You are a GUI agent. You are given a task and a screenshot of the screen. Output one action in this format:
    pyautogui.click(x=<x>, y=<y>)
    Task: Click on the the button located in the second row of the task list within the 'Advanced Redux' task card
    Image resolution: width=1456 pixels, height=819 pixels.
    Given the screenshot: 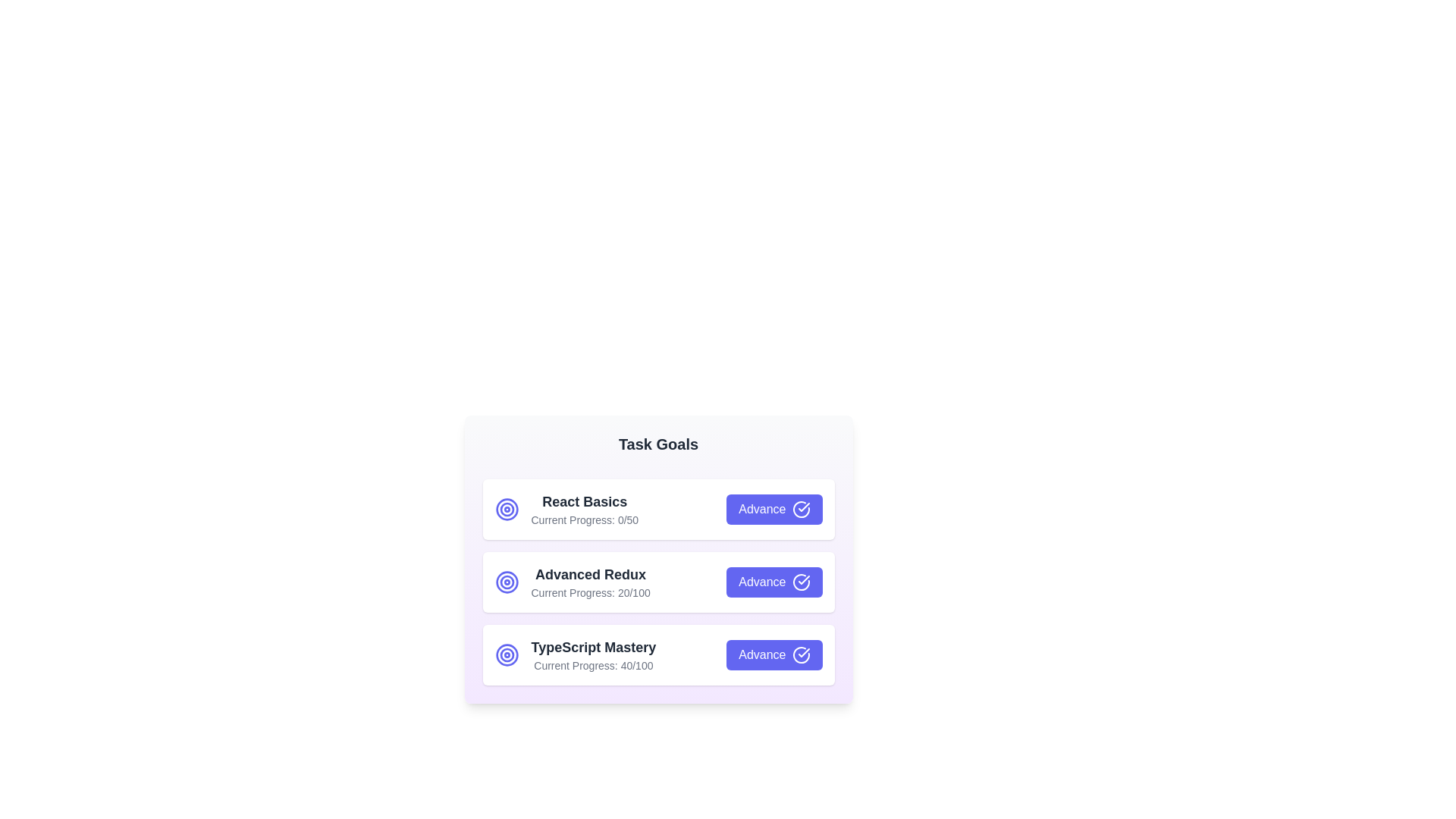 What is the action you would take?
    pyautogui.click(x=774, y=581)
    